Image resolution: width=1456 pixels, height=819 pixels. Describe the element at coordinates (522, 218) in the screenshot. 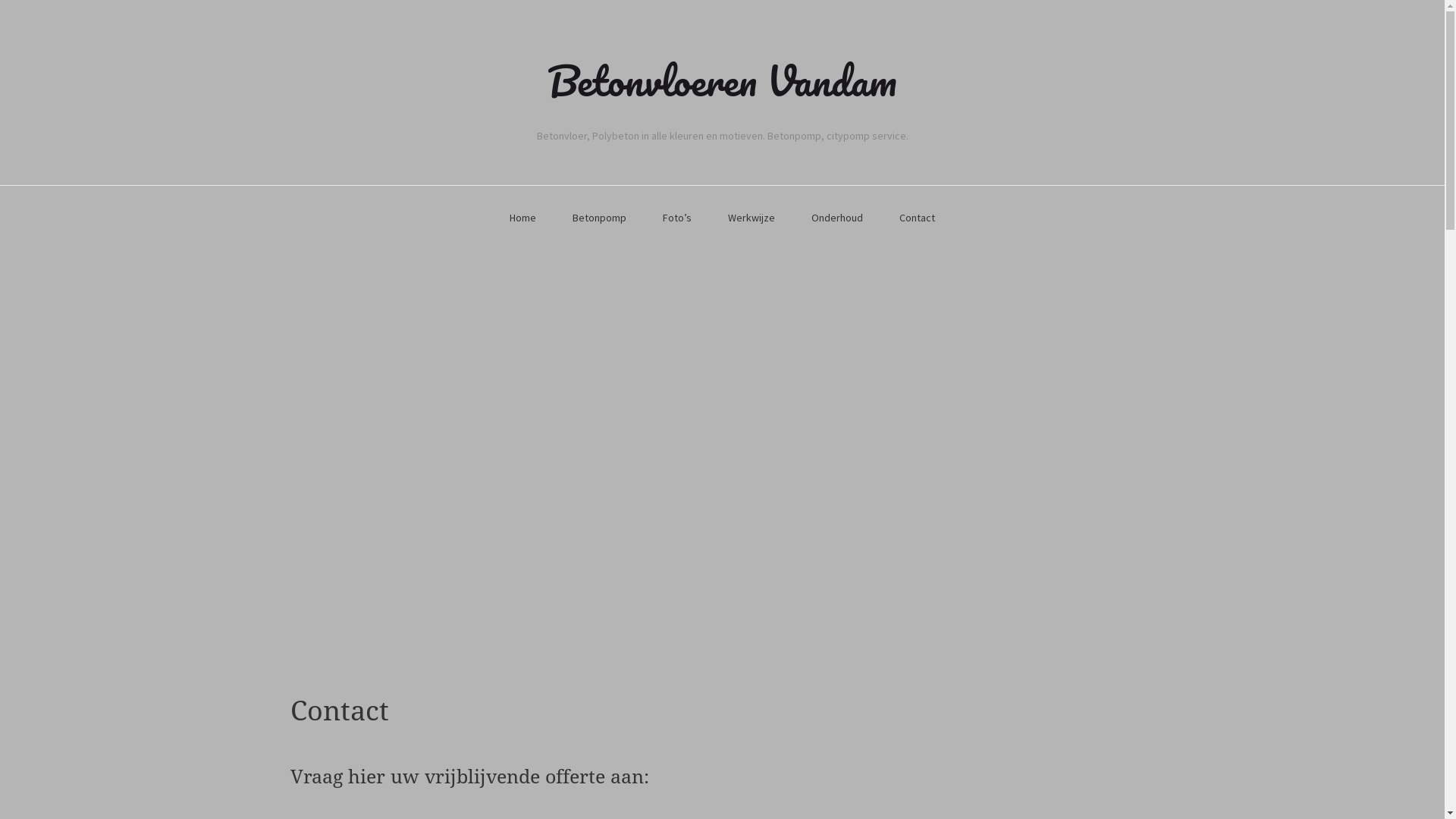

I see `'Home'` at that location.